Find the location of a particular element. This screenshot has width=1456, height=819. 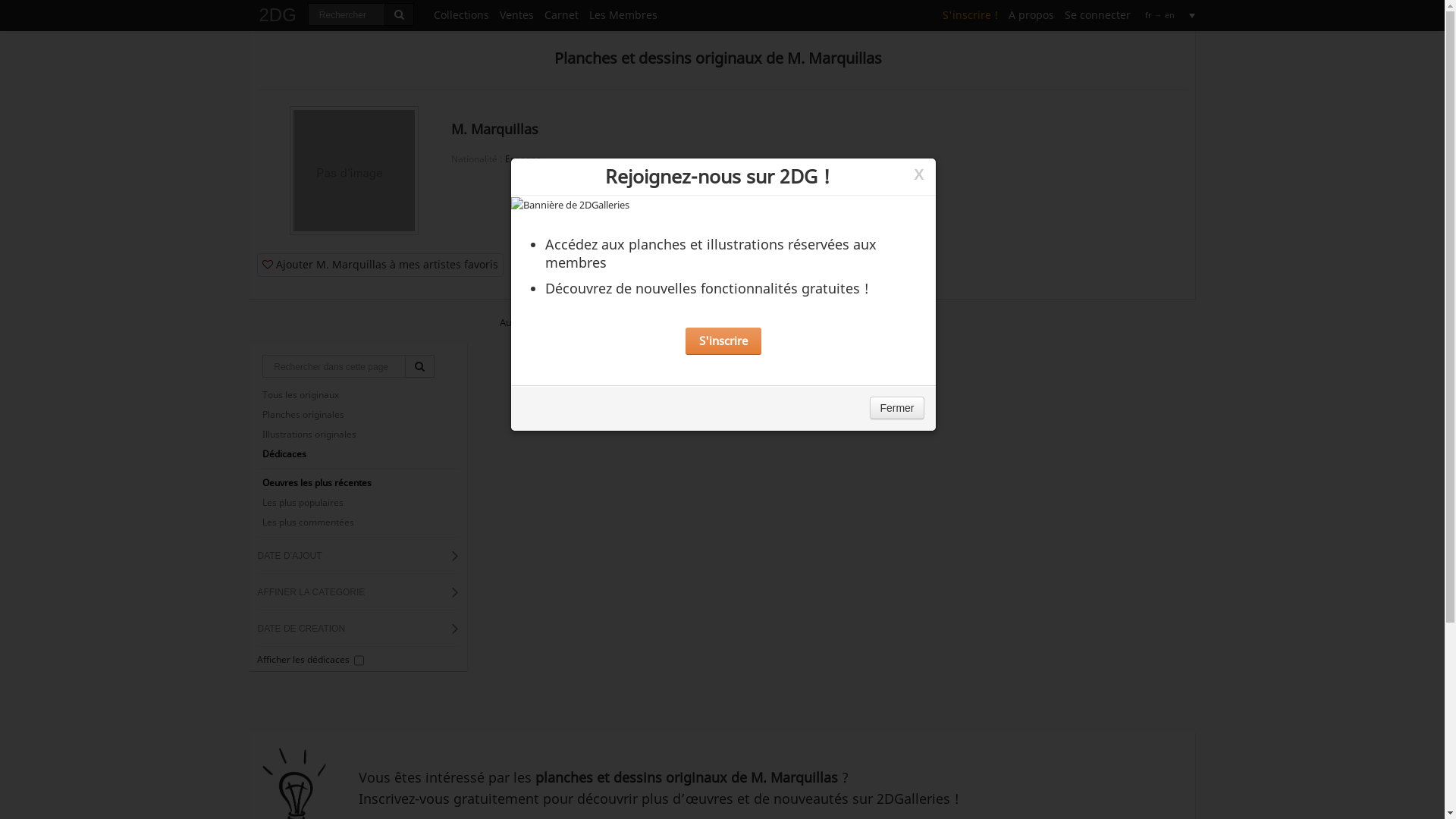

'Rechercher des originaux dans cette page' is located at coordinates (419, 366).